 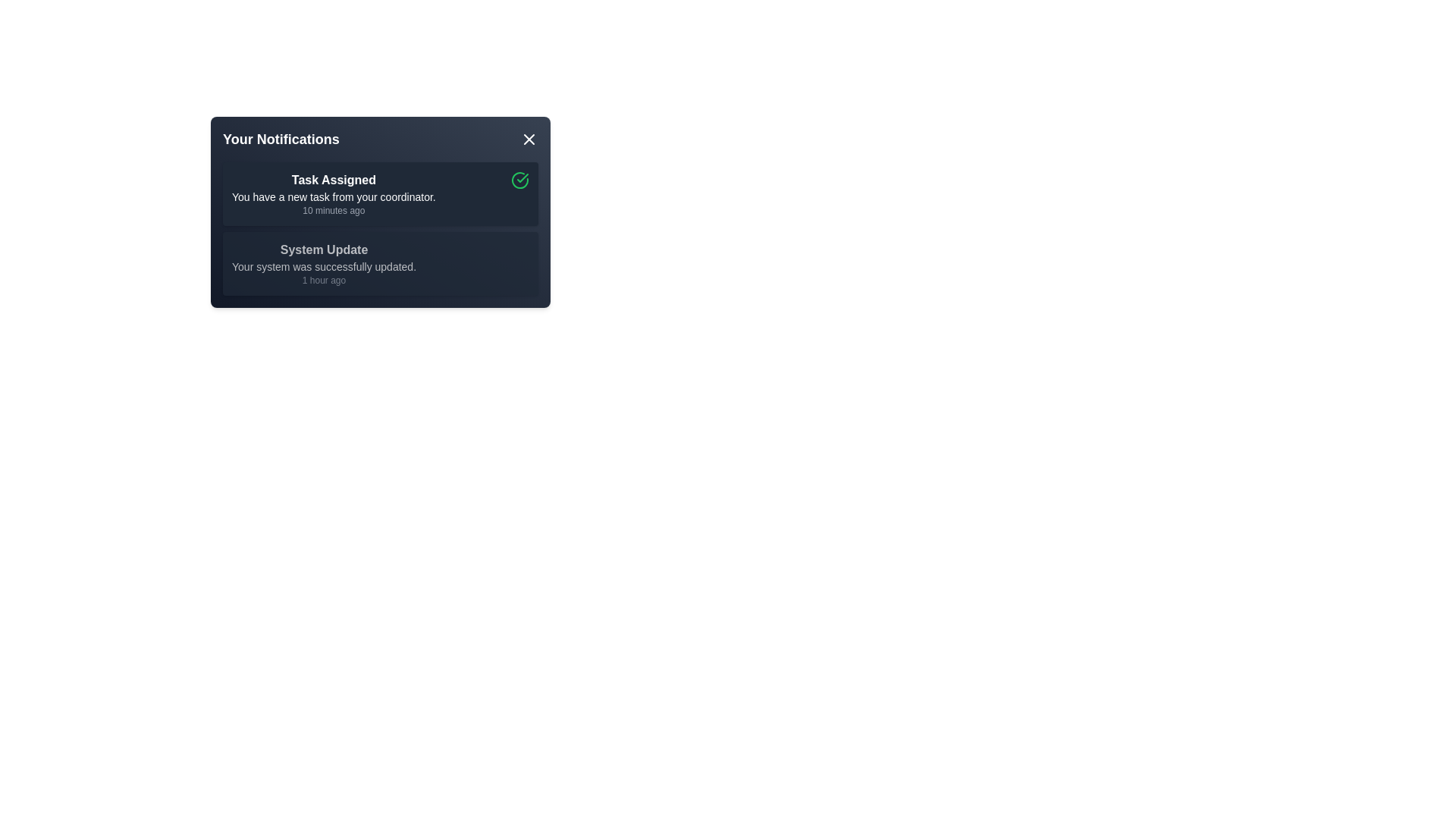 What do you see at coordinates (381, 262) in the screenshot?
I see `the notification box displaying the title 'System Update' with a dark background and white text, which contains the message 'Your system was successfully updated.'` at bounding box center [381, 262].